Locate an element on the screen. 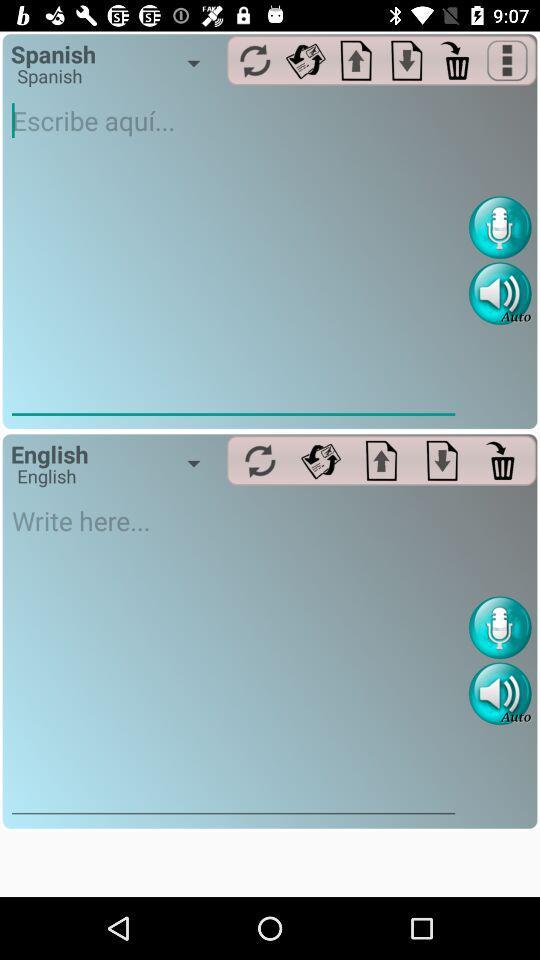  the volume icon is located at coordinates (499, 292).